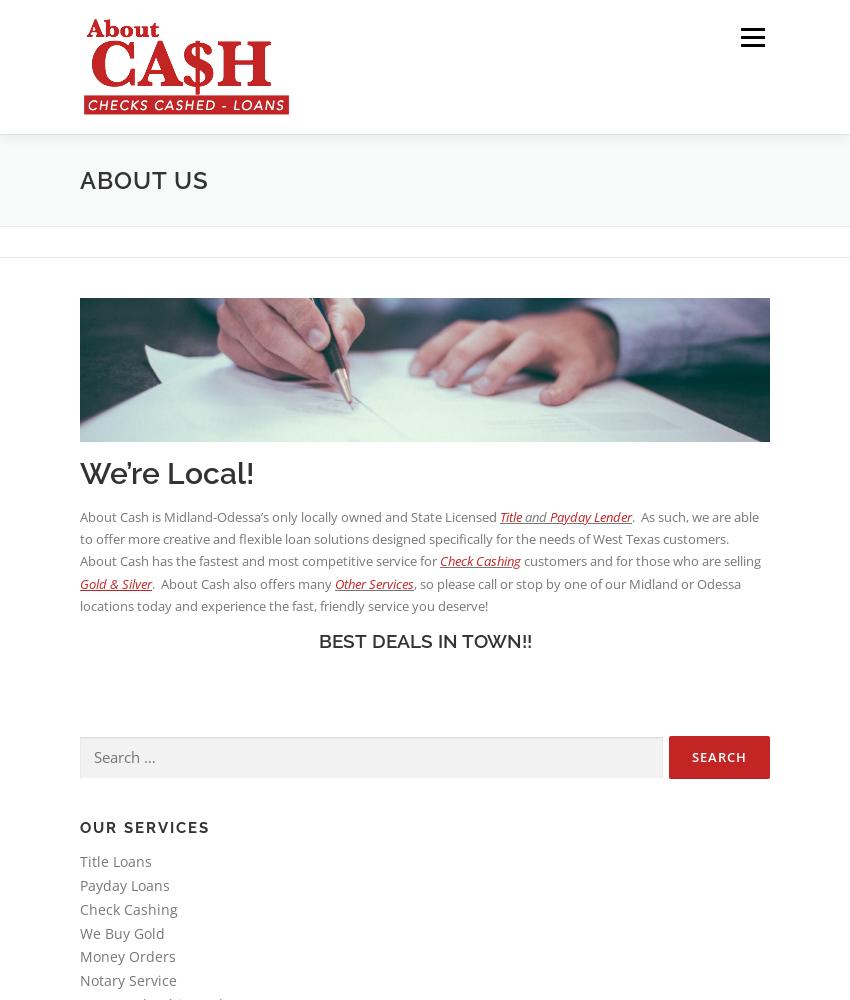 This screenshot has width=850, height=1000. What do you see at coordinates (79, 180) in the screenshot?
I see `'About Us'` at bounding box center [79, 180].